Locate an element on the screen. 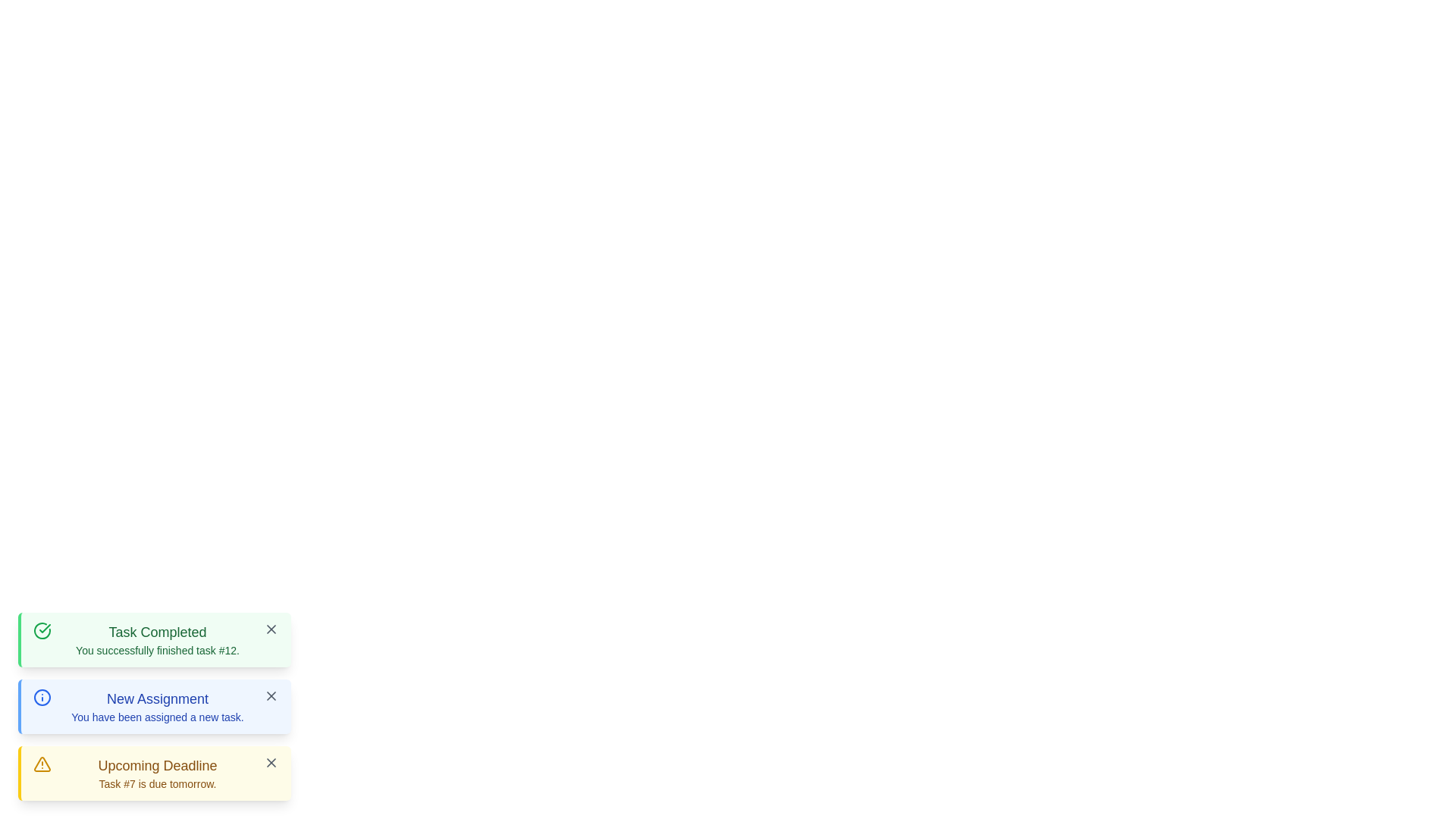 This screenshot has height=819, width=1456. the dismiss/closure icon (small 'X' in gray) located at the top-right corner of the blue notification box labeled 'New Assignment' is located at coordinates (271, 696).